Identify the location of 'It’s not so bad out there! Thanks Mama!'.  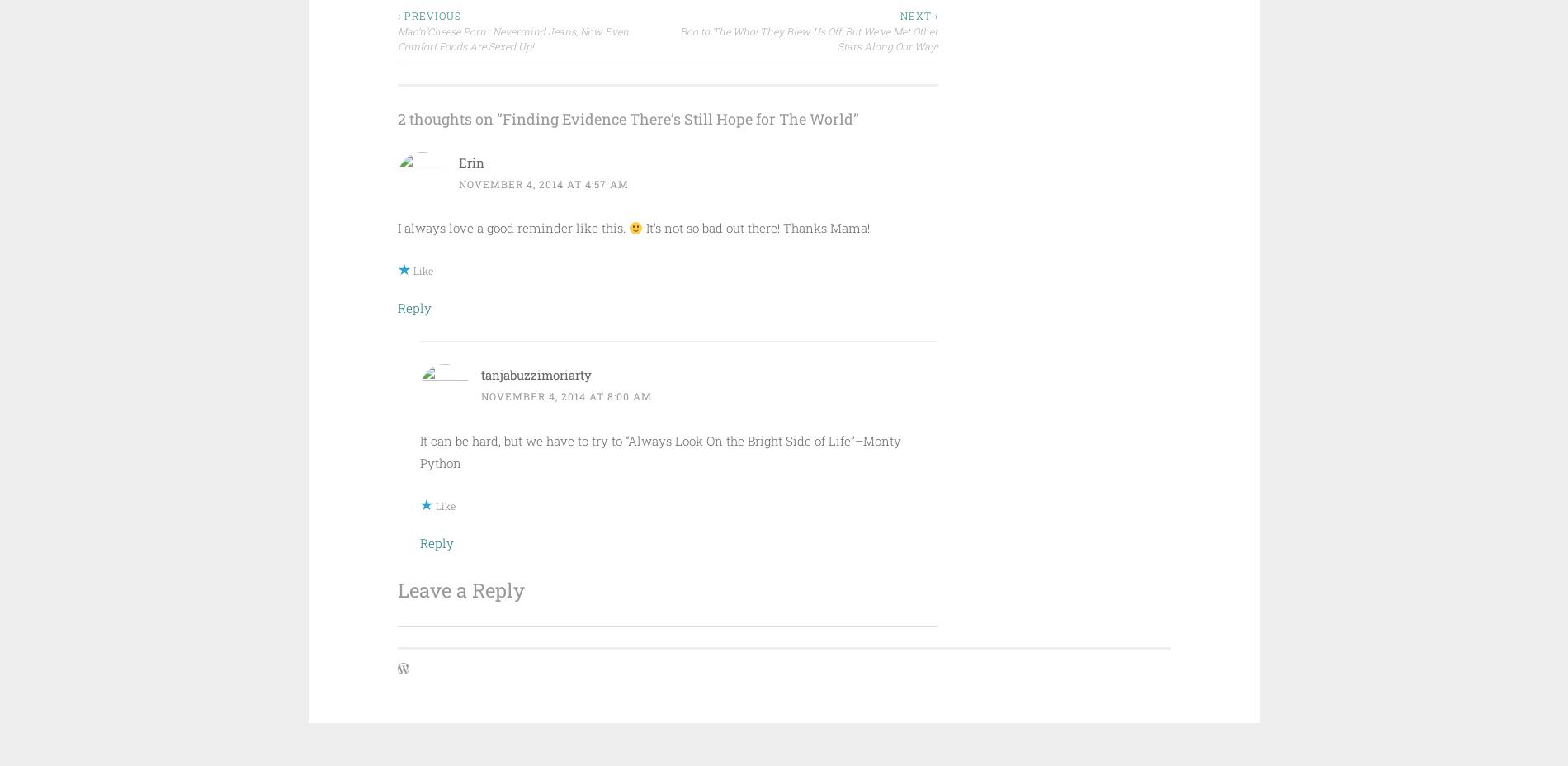
(641, 226).